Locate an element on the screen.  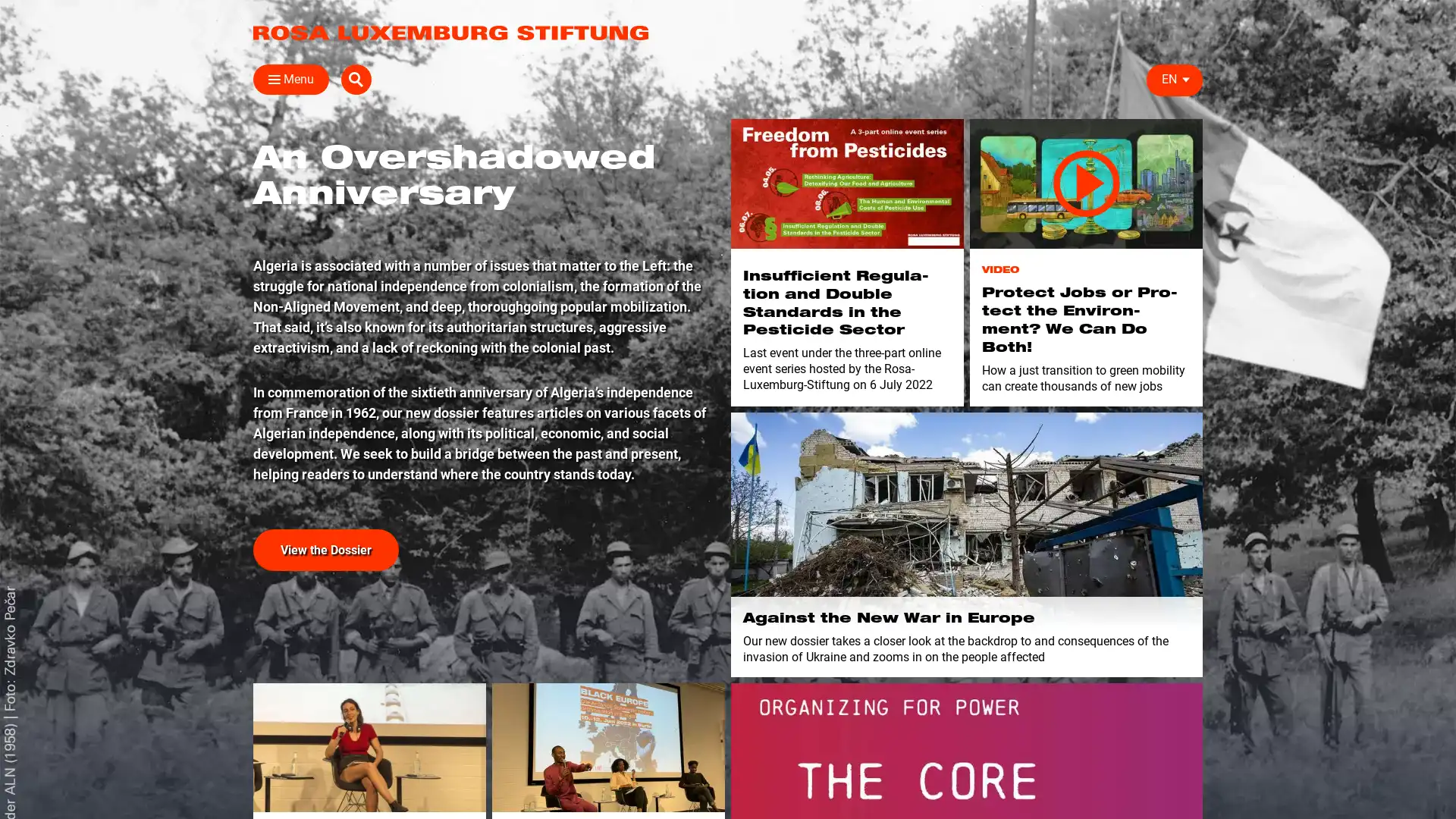
Show more / less is located at coordinates (246, 275).